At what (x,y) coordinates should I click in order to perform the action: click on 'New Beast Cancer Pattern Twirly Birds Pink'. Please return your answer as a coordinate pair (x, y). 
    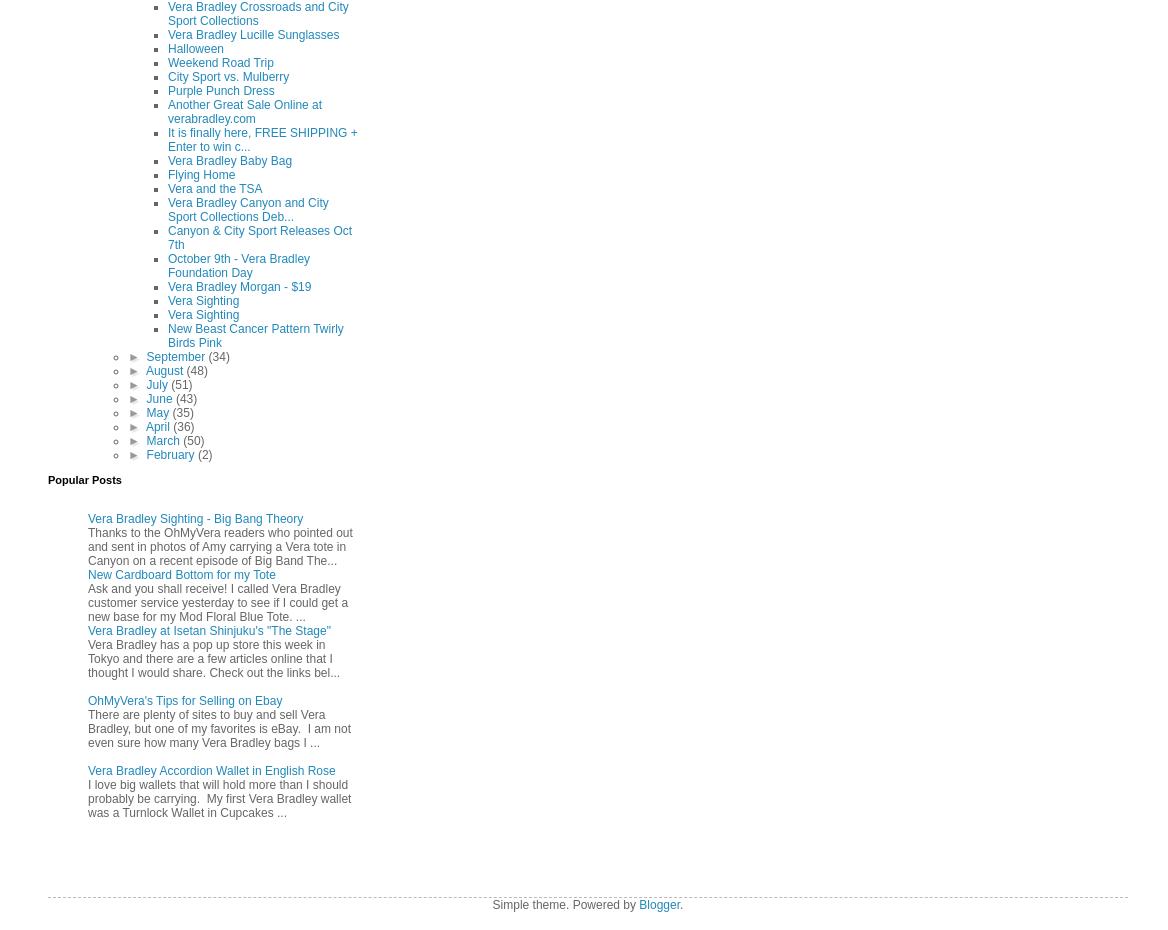
    Looking at the image, I should click on (254, 333).